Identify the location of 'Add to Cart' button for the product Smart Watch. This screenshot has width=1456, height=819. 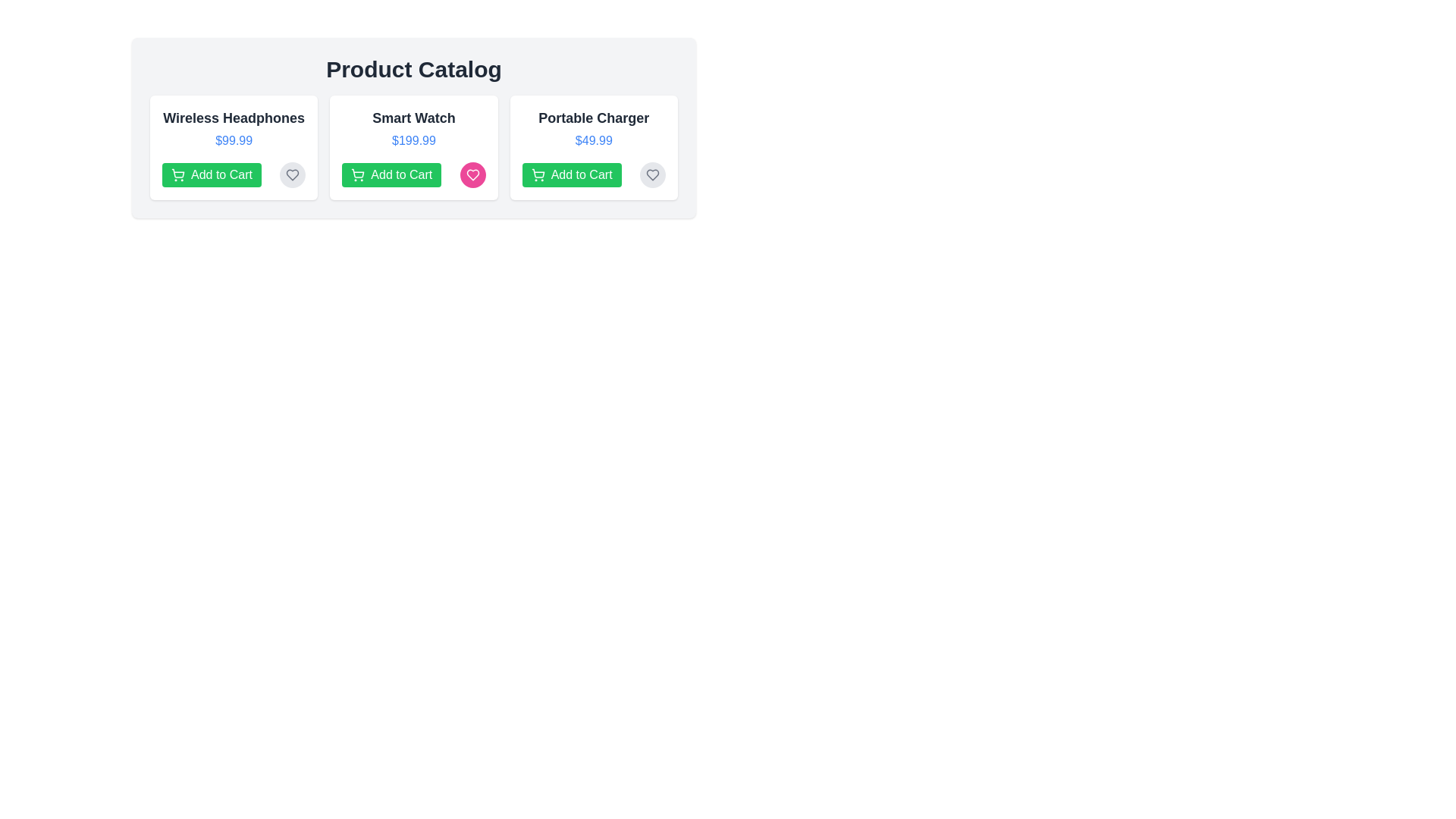
(391, 174).